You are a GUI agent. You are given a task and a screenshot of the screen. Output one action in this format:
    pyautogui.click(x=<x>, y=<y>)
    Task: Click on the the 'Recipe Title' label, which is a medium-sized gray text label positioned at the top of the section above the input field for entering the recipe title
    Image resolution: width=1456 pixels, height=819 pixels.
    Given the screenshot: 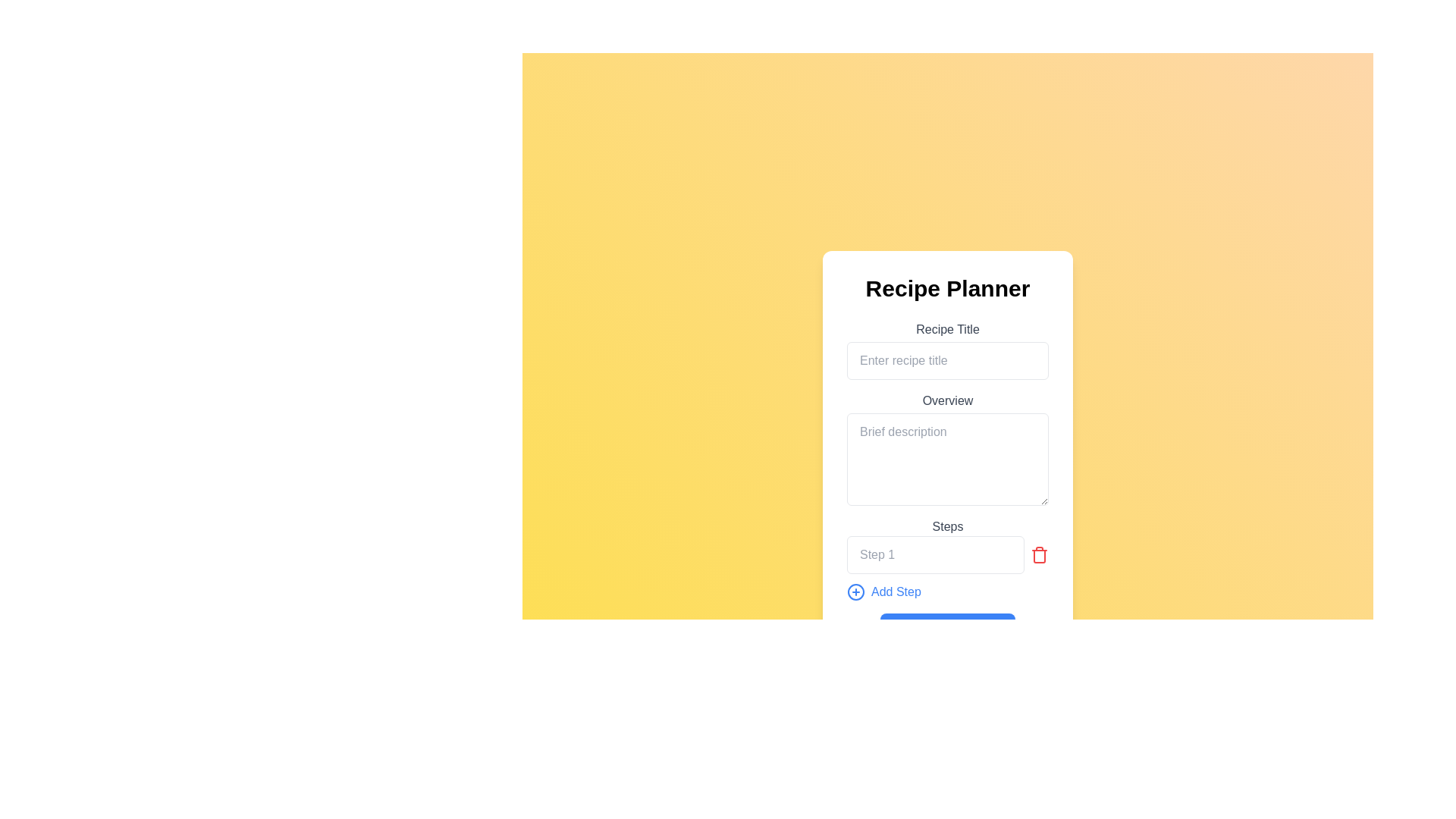 What is the action you would take?
    pyautogui.click(x=946, y=328)
    